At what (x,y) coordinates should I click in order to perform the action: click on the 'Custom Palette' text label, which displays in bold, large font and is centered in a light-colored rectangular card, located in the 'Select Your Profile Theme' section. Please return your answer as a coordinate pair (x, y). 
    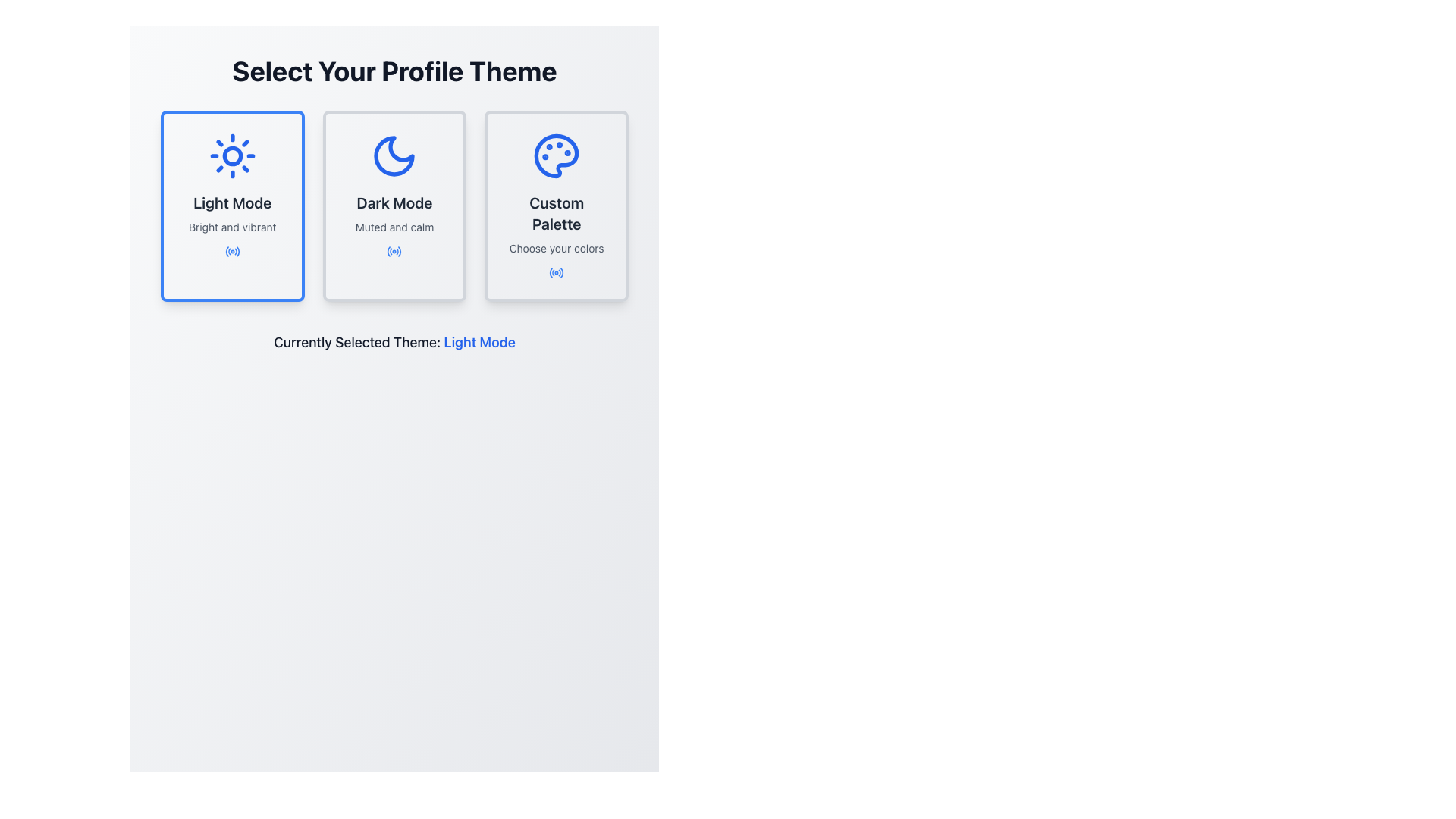
    Looking at the image, I should click on (556, 213).